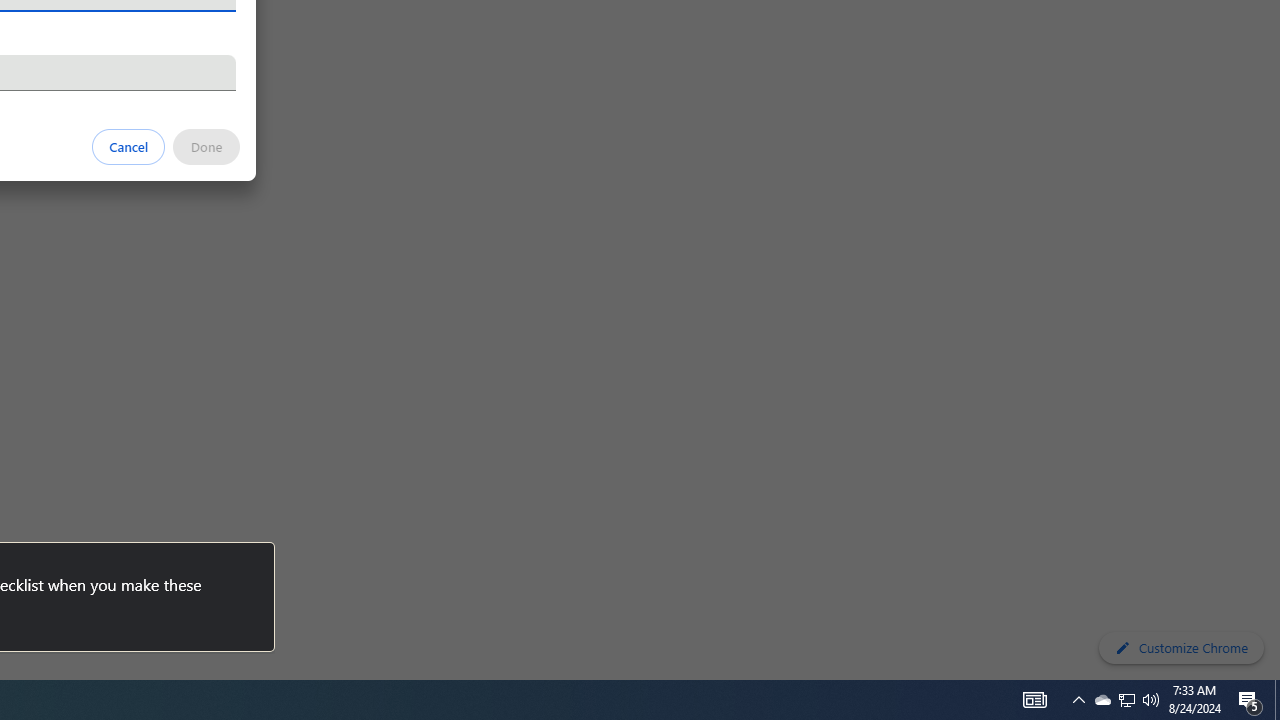 This screenshot has height=720, width=1280. I want to click on 'Done', so click(206, 145).